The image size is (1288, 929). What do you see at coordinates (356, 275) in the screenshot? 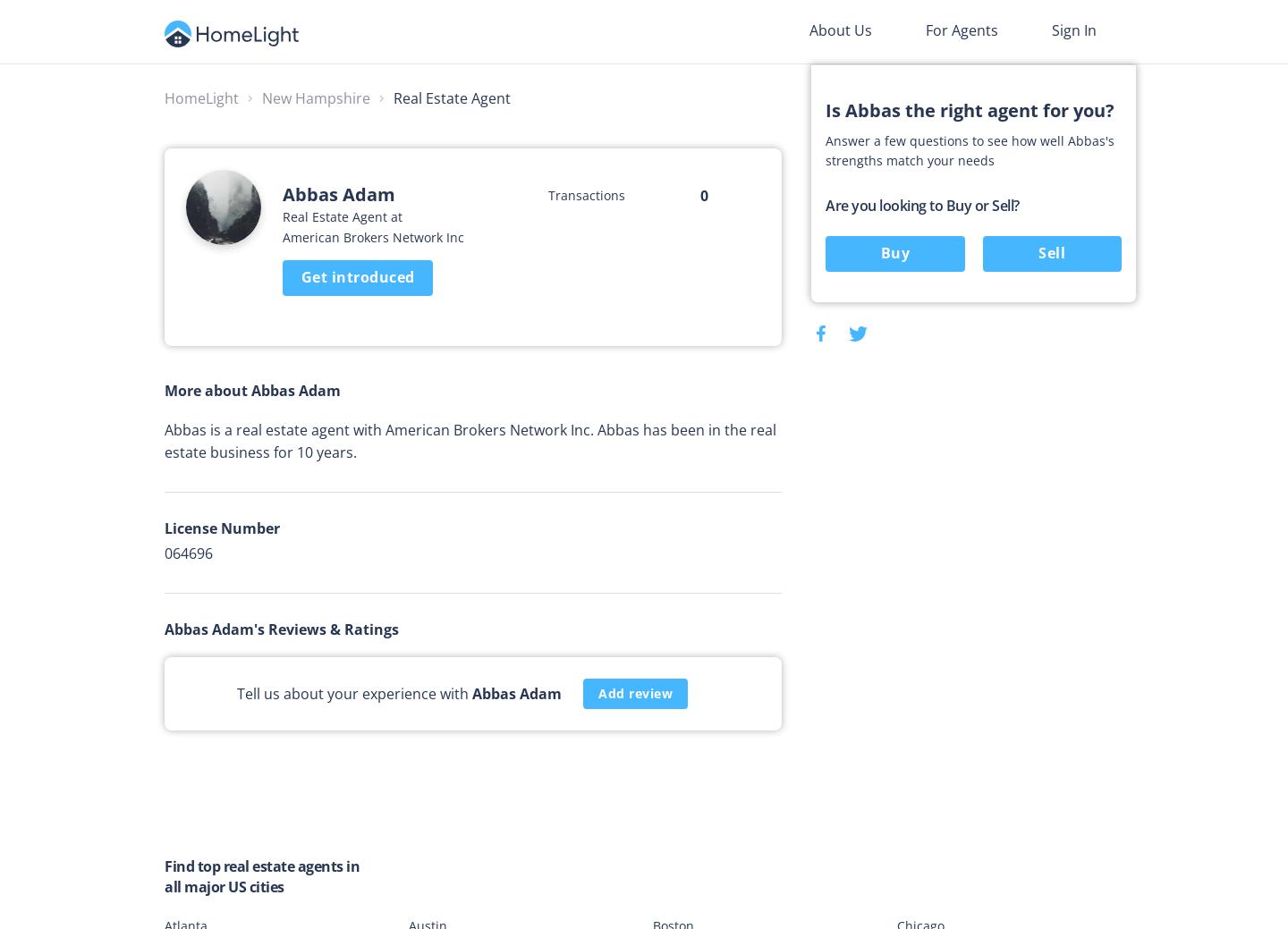
I see `'Get introduced'` at bounding box center [356, 275].